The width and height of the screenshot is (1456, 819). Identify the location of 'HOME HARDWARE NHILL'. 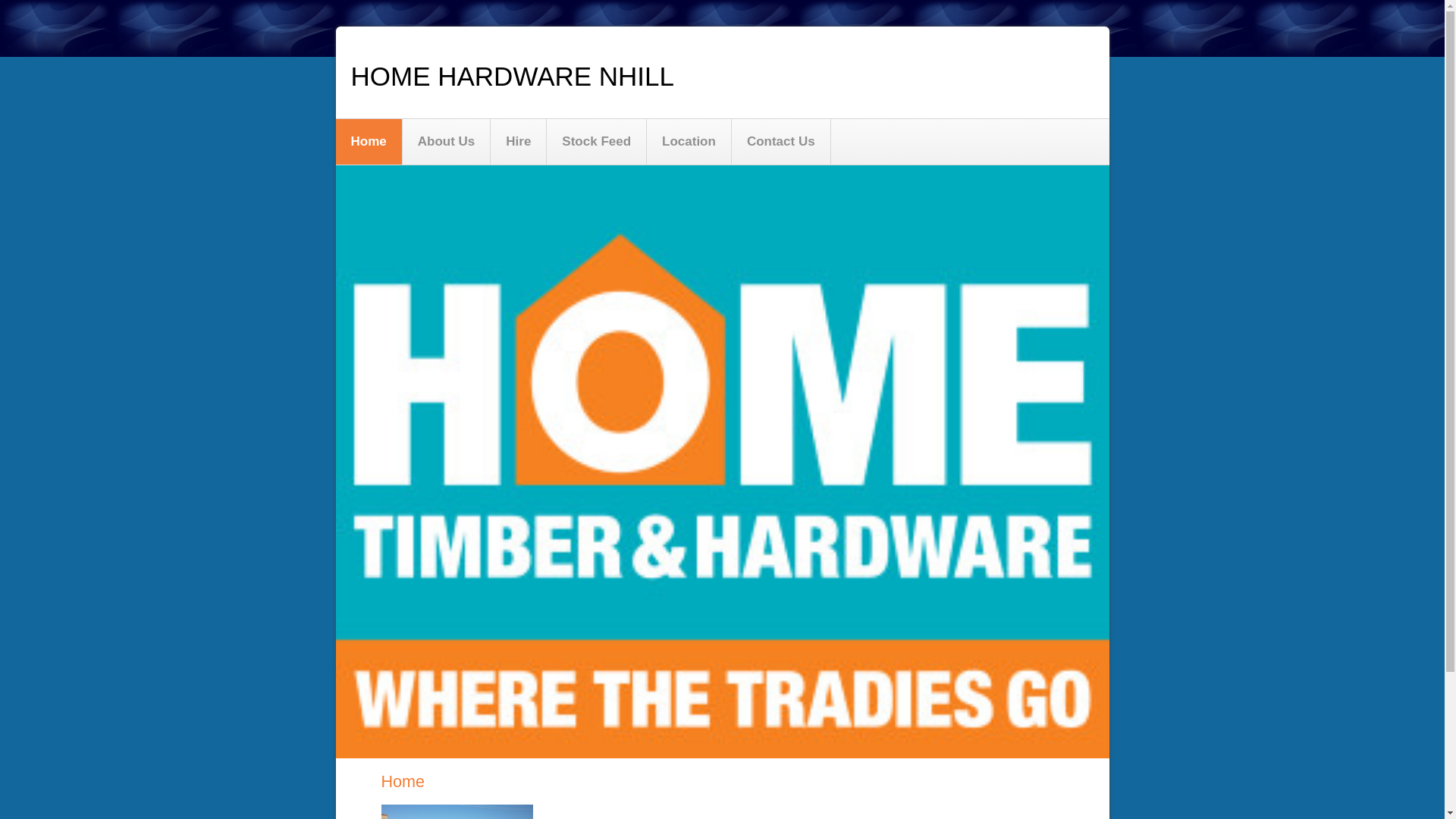
(512, 76).